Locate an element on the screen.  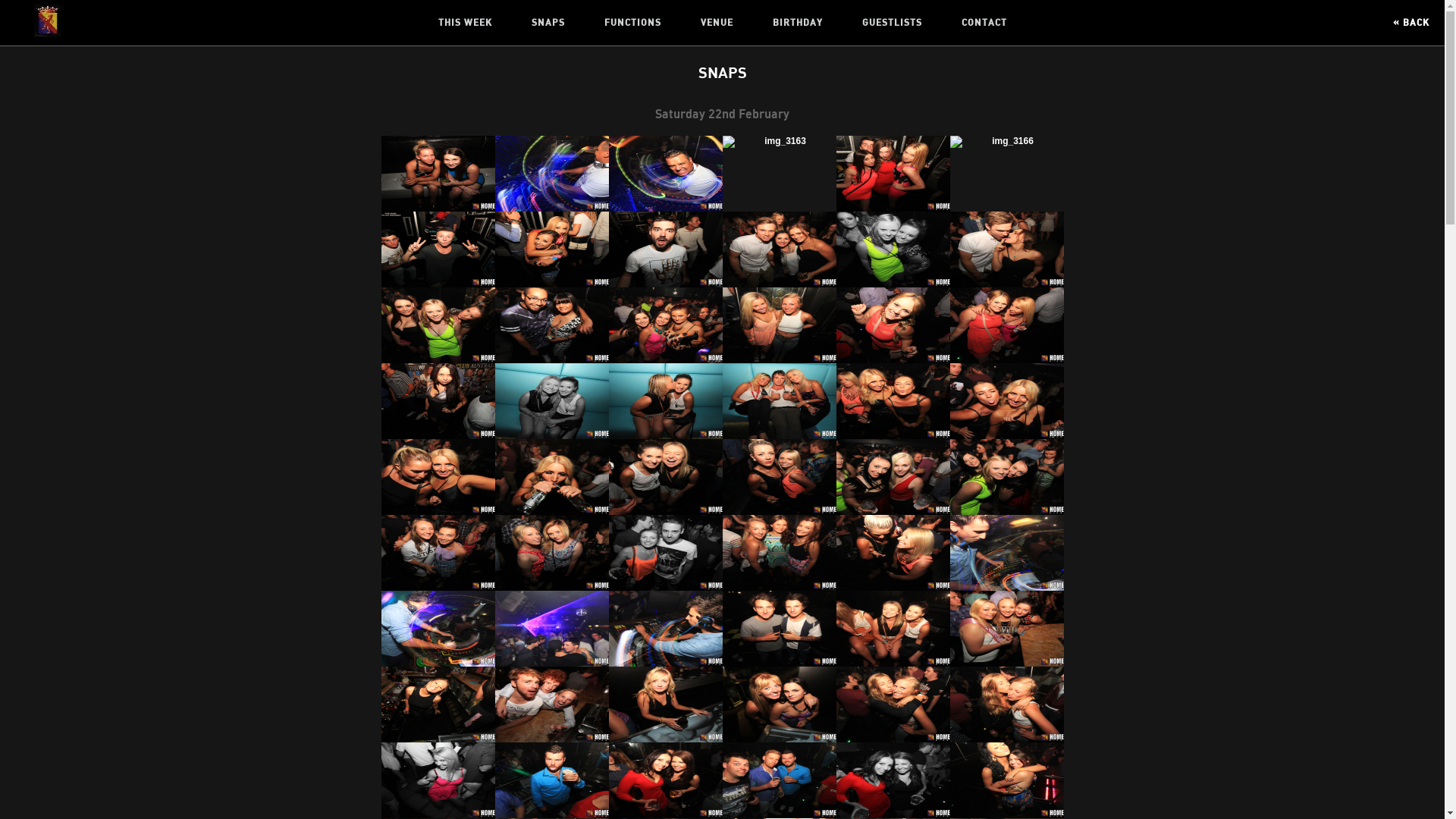
' ' is located at coordinates (892, 172).